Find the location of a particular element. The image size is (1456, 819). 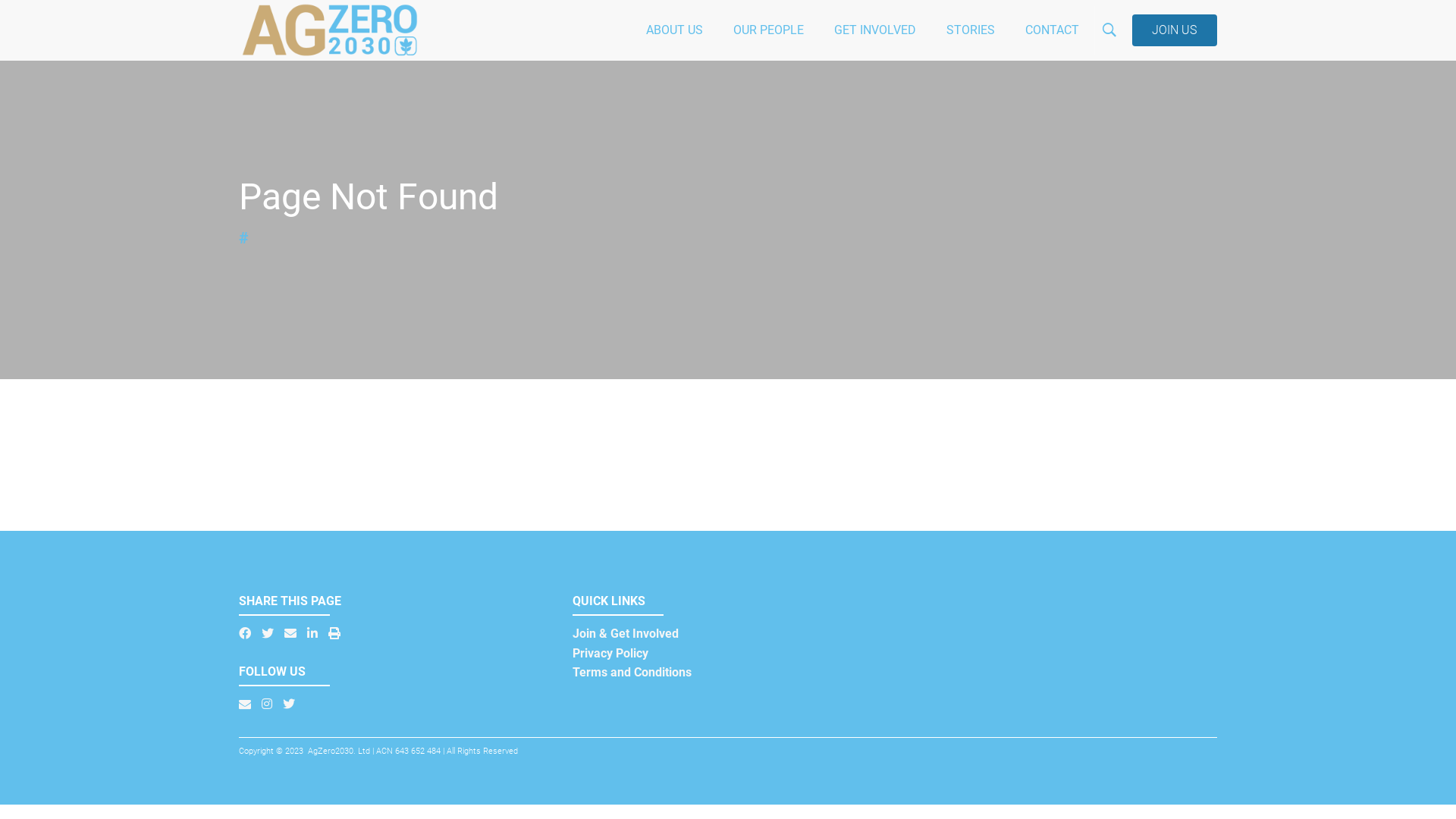

'Privacy Policy is located at coordinates (571, 662).